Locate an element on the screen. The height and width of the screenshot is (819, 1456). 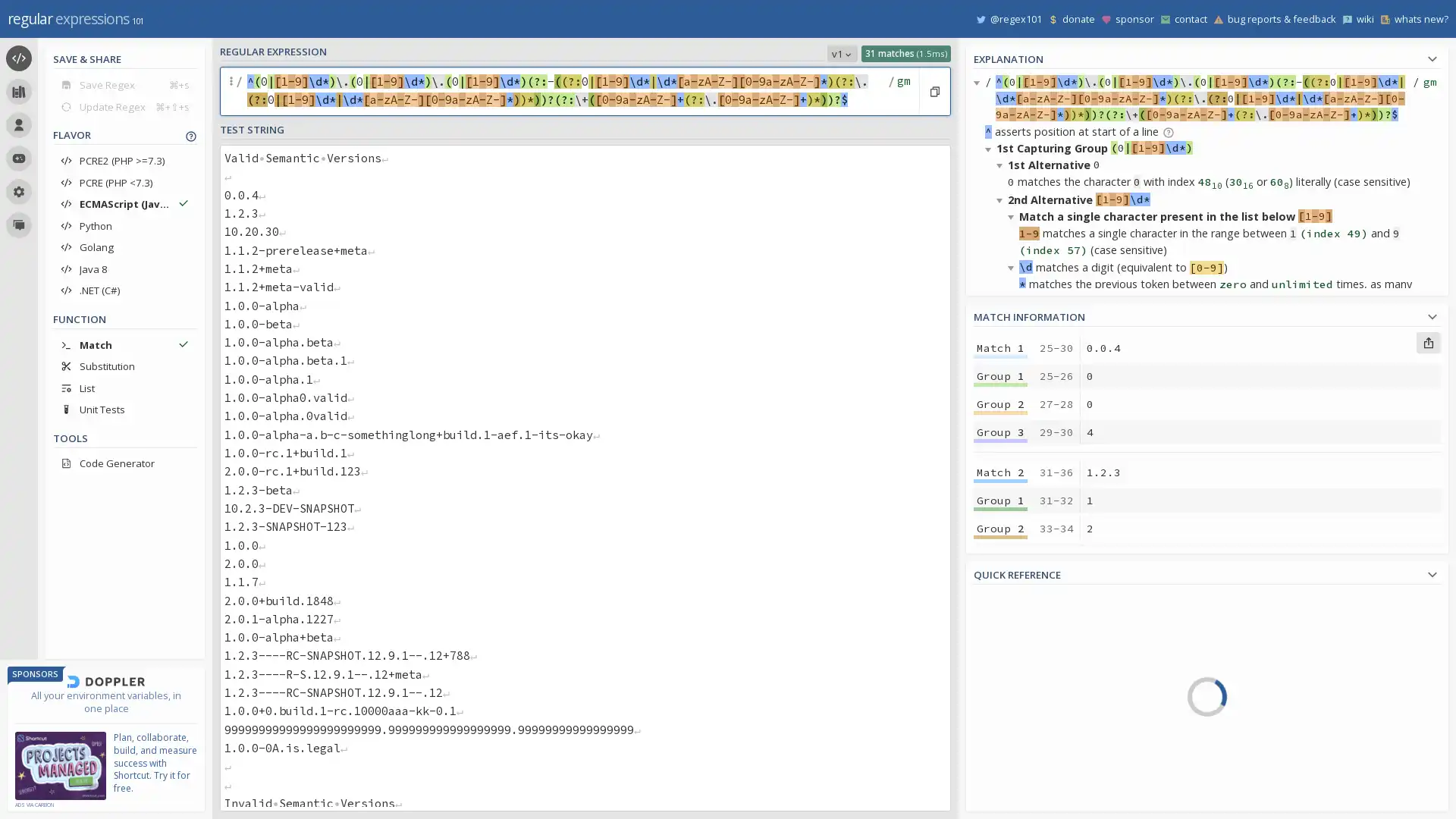
Group 3 is located at coordinates (1000, 556).